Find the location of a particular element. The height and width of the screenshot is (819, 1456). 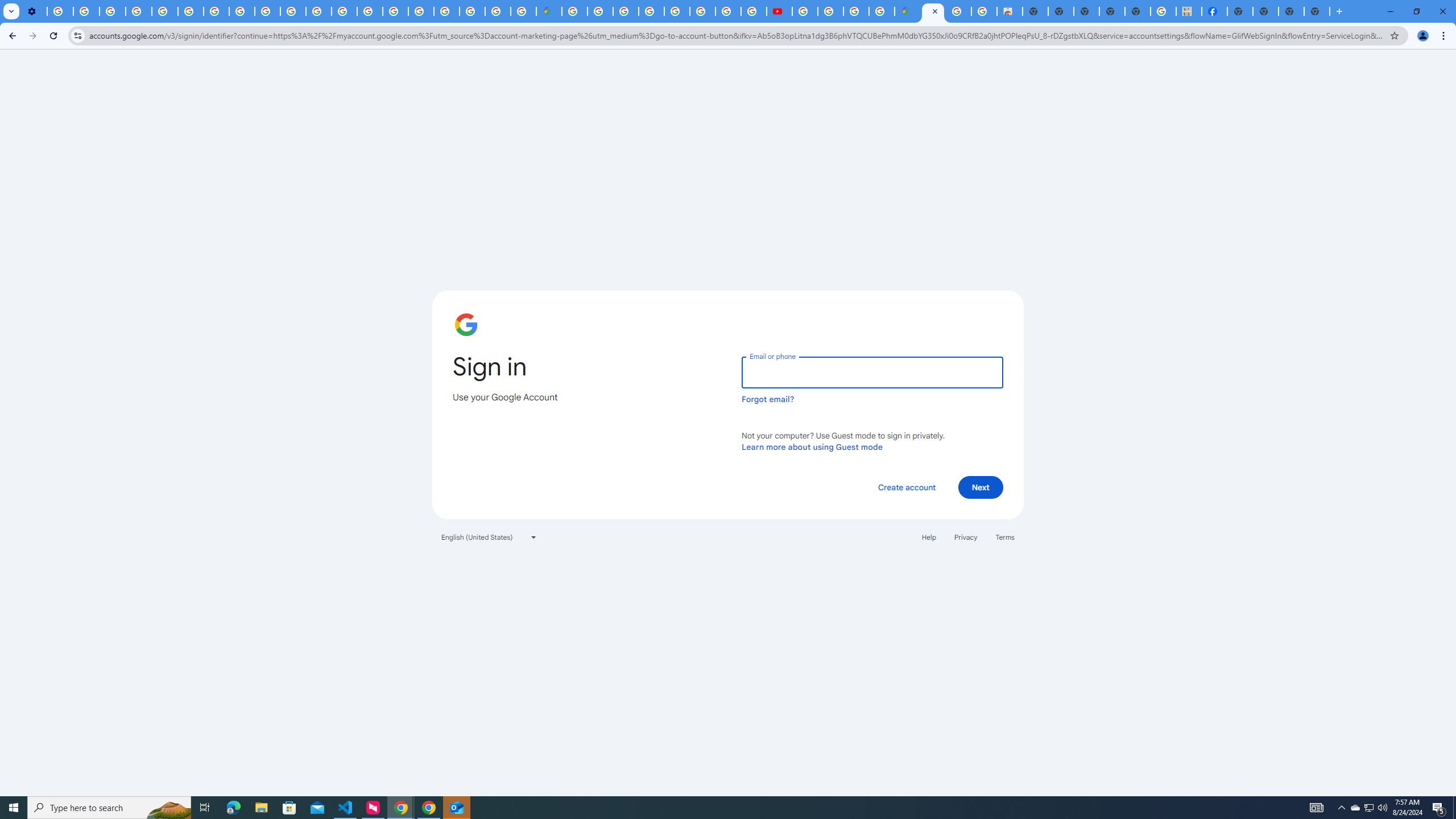

'Back' is located at coordinates (11, 35).